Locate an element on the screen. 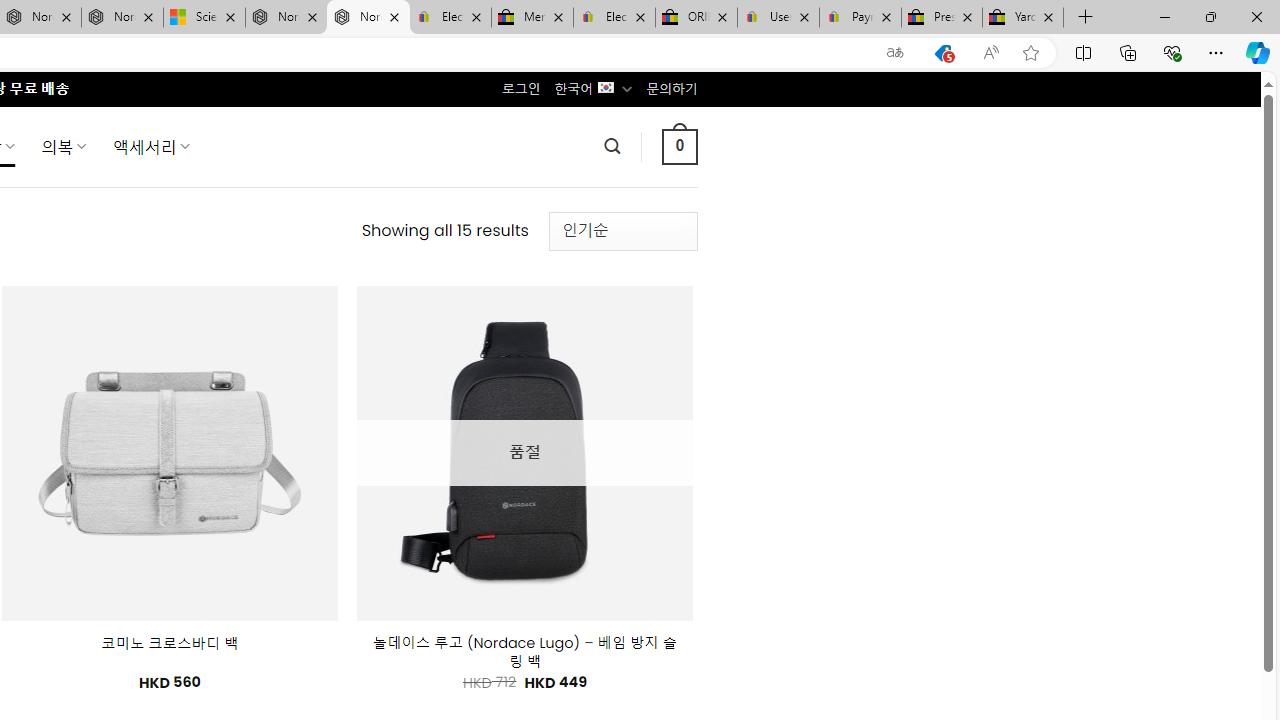 The image size is (1280, 720). '  0  ' is located at coordinates (679, 145).